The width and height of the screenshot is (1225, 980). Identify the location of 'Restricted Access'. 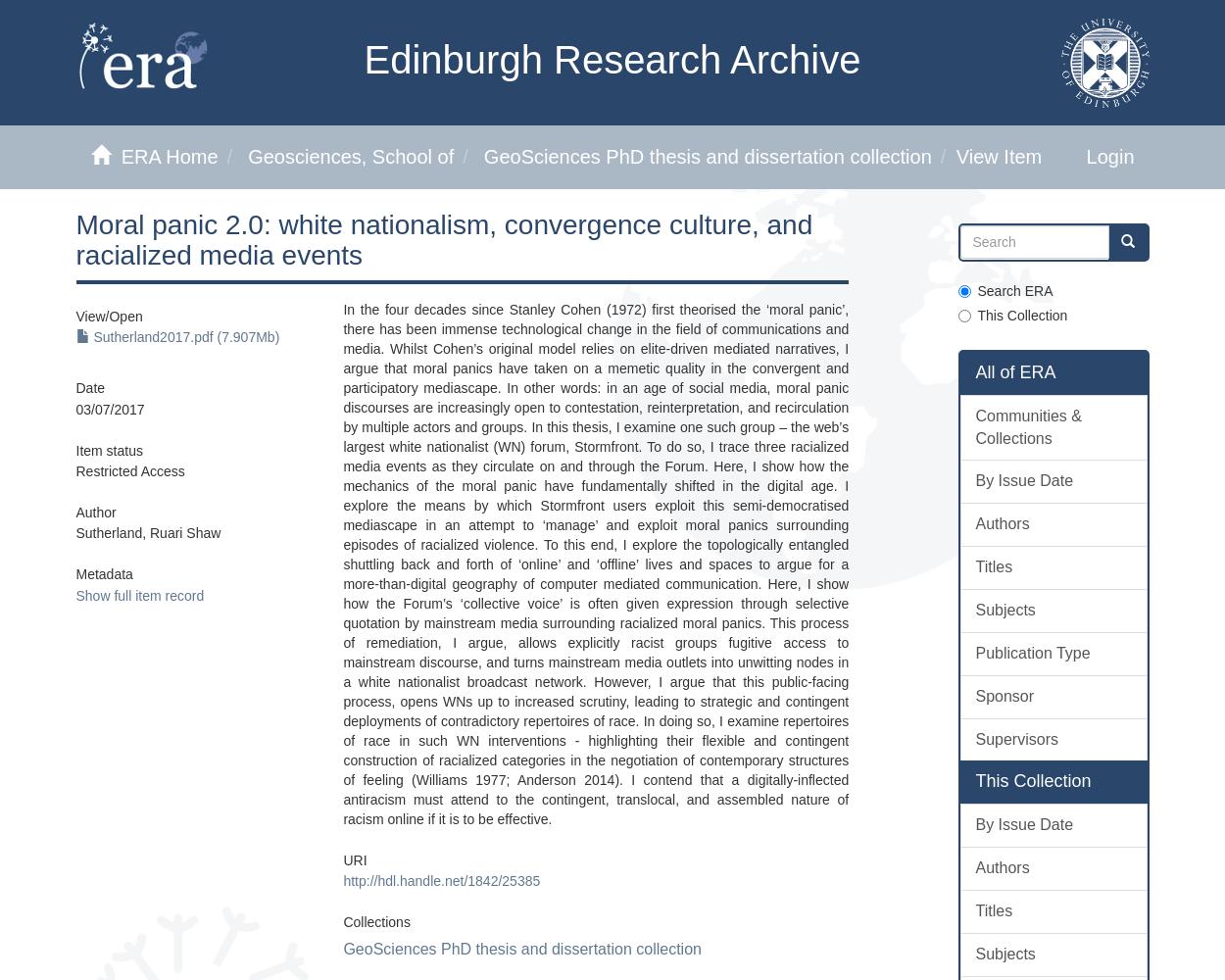
(74, 469).